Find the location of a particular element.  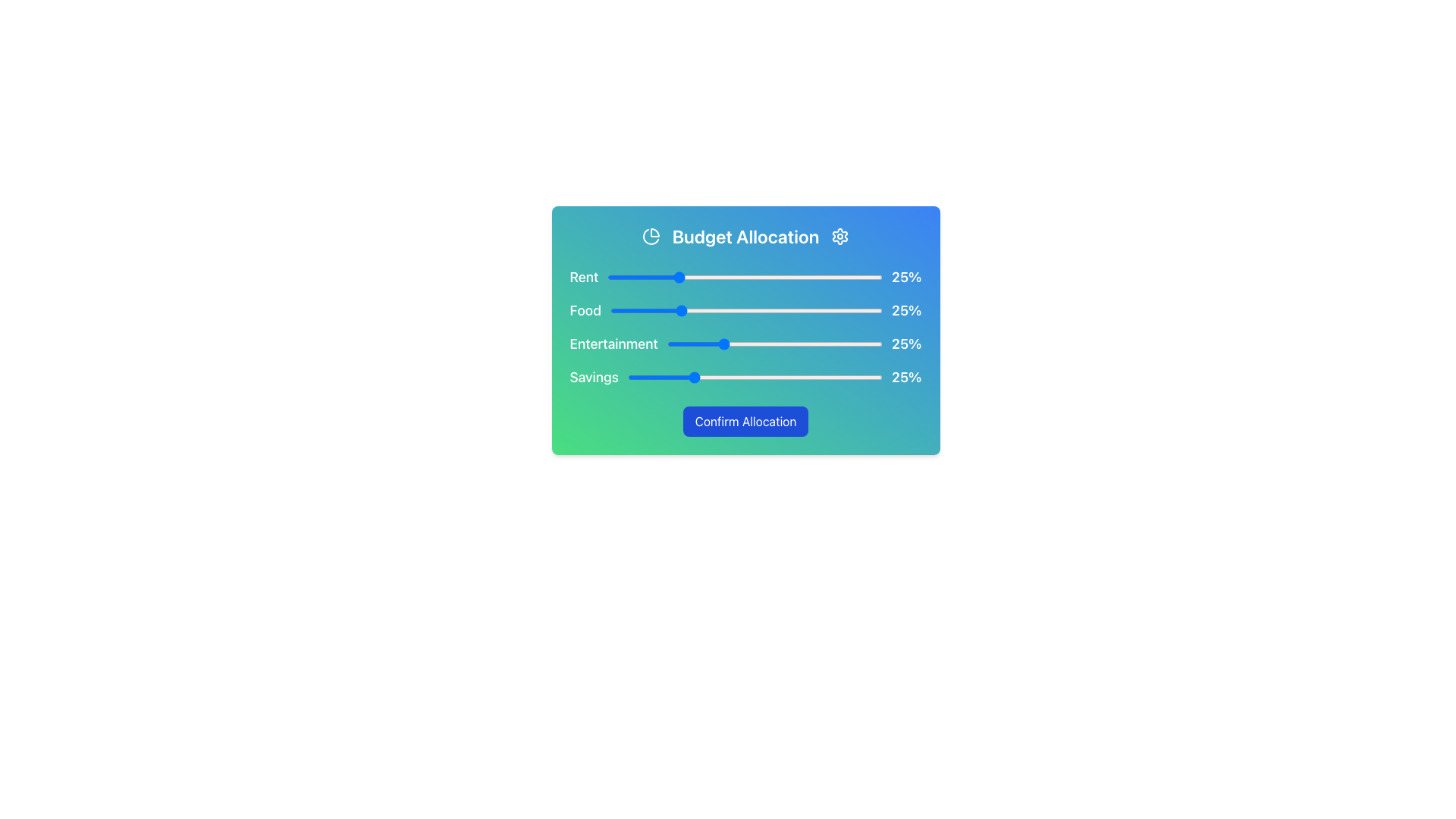

the Entertainment allocation is located at coordinates (745, 344).